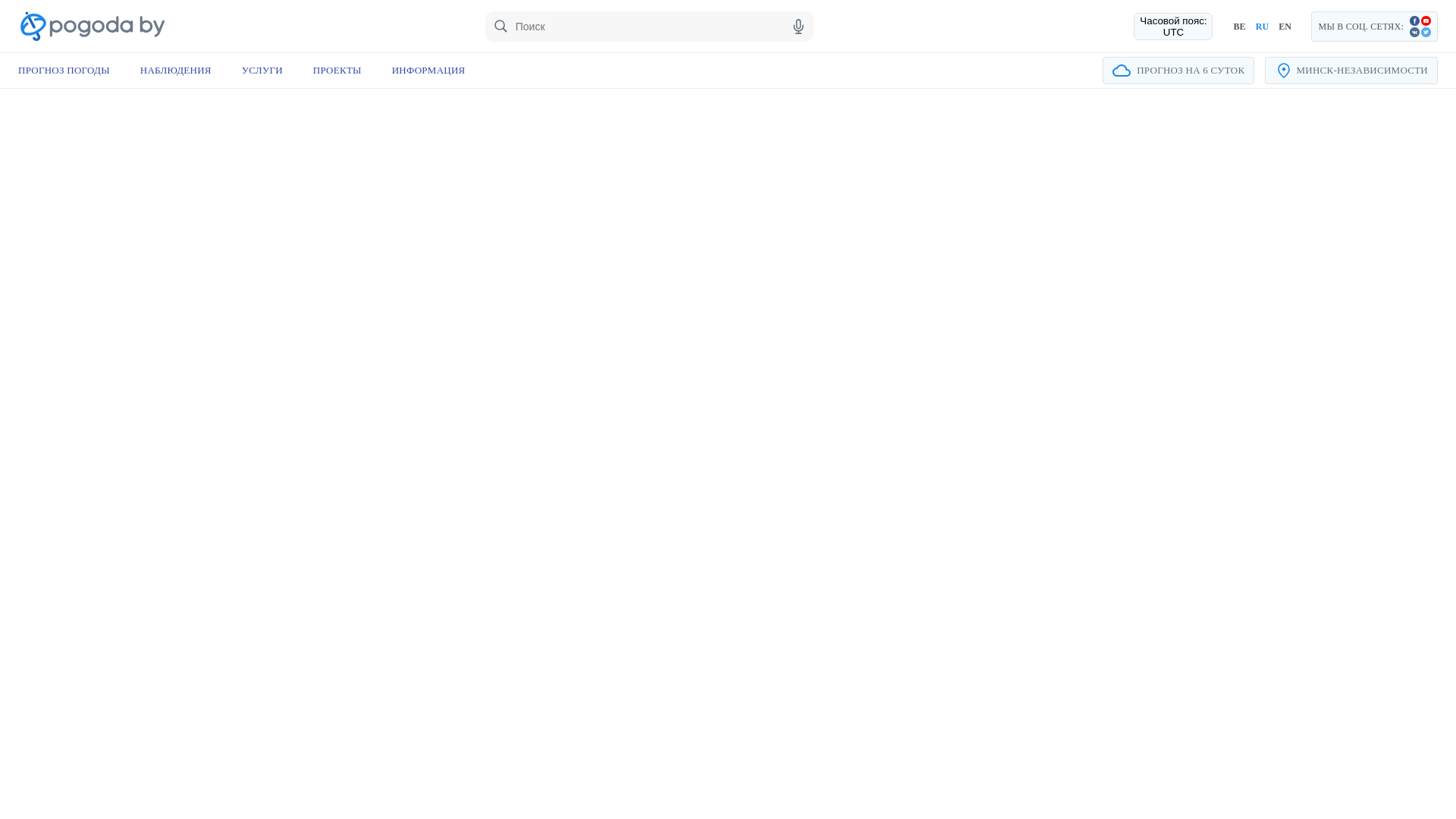 The image size is (1456, 819). Describe the element at coordinates (1238, 26) in the screenshot. I see `'BE'` at that location.